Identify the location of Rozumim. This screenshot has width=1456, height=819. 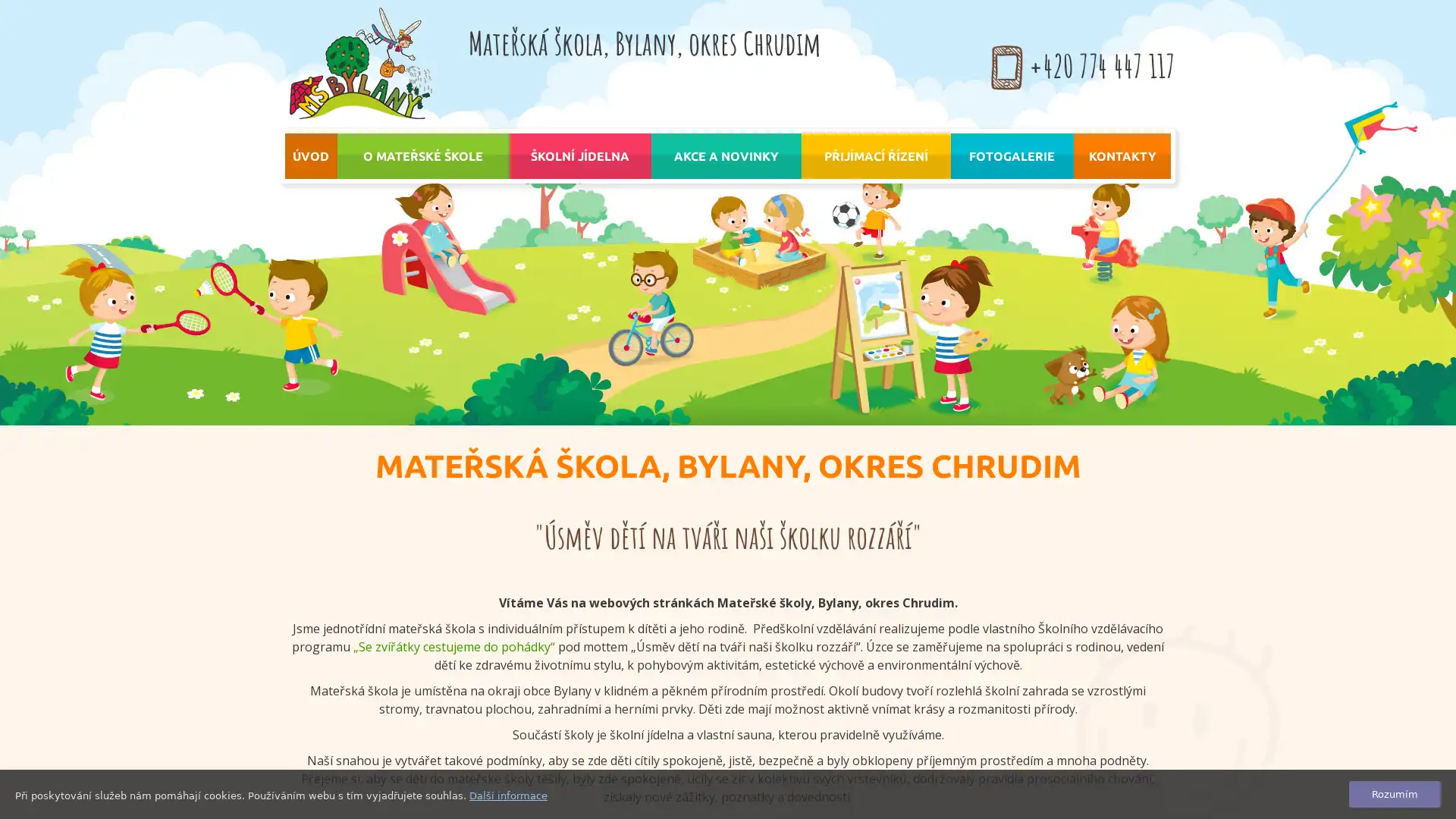
(1395, 793).